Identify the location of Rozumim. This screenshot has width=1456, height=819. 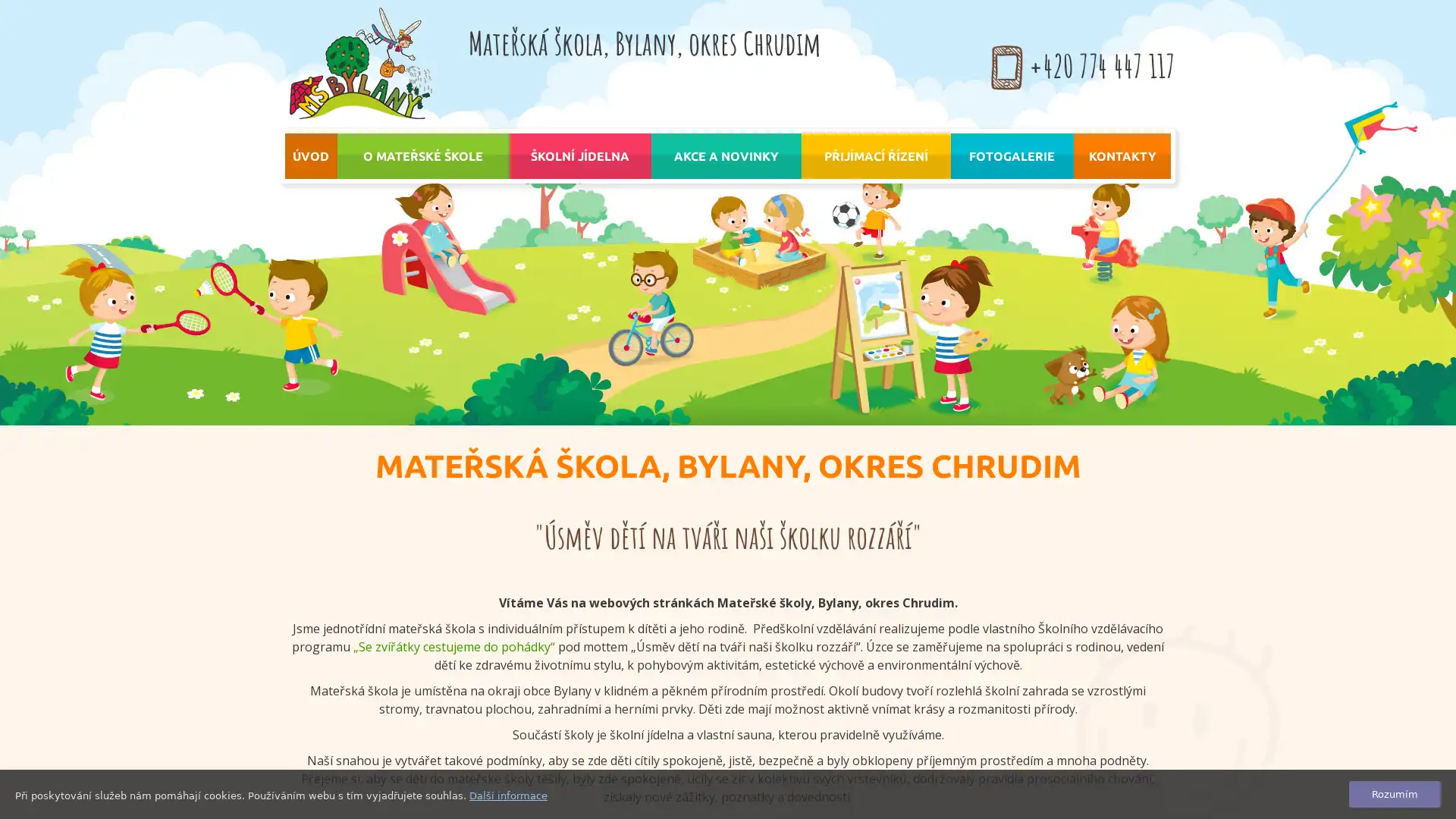
(1395, 793).